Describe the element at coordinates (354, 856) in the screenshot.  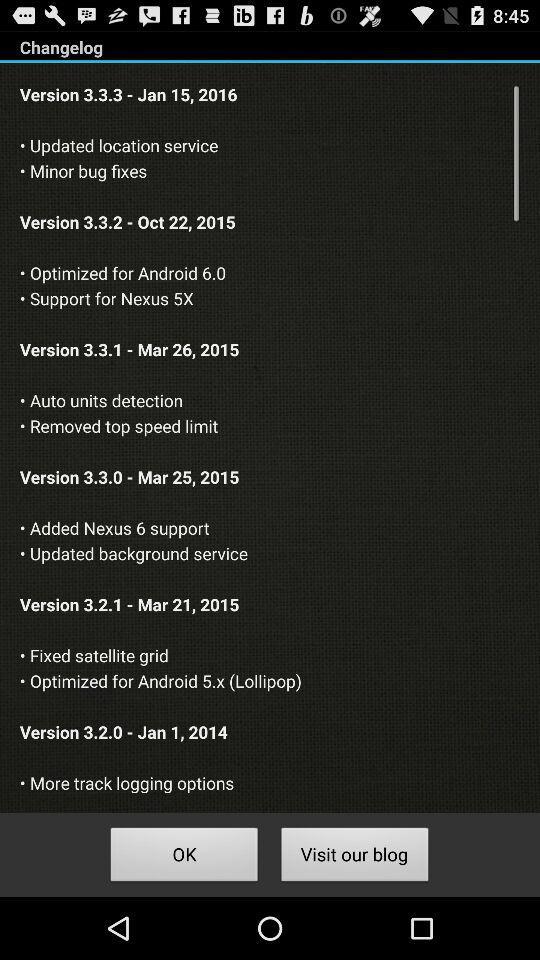
I see `button to the right of the ok button` at that location.